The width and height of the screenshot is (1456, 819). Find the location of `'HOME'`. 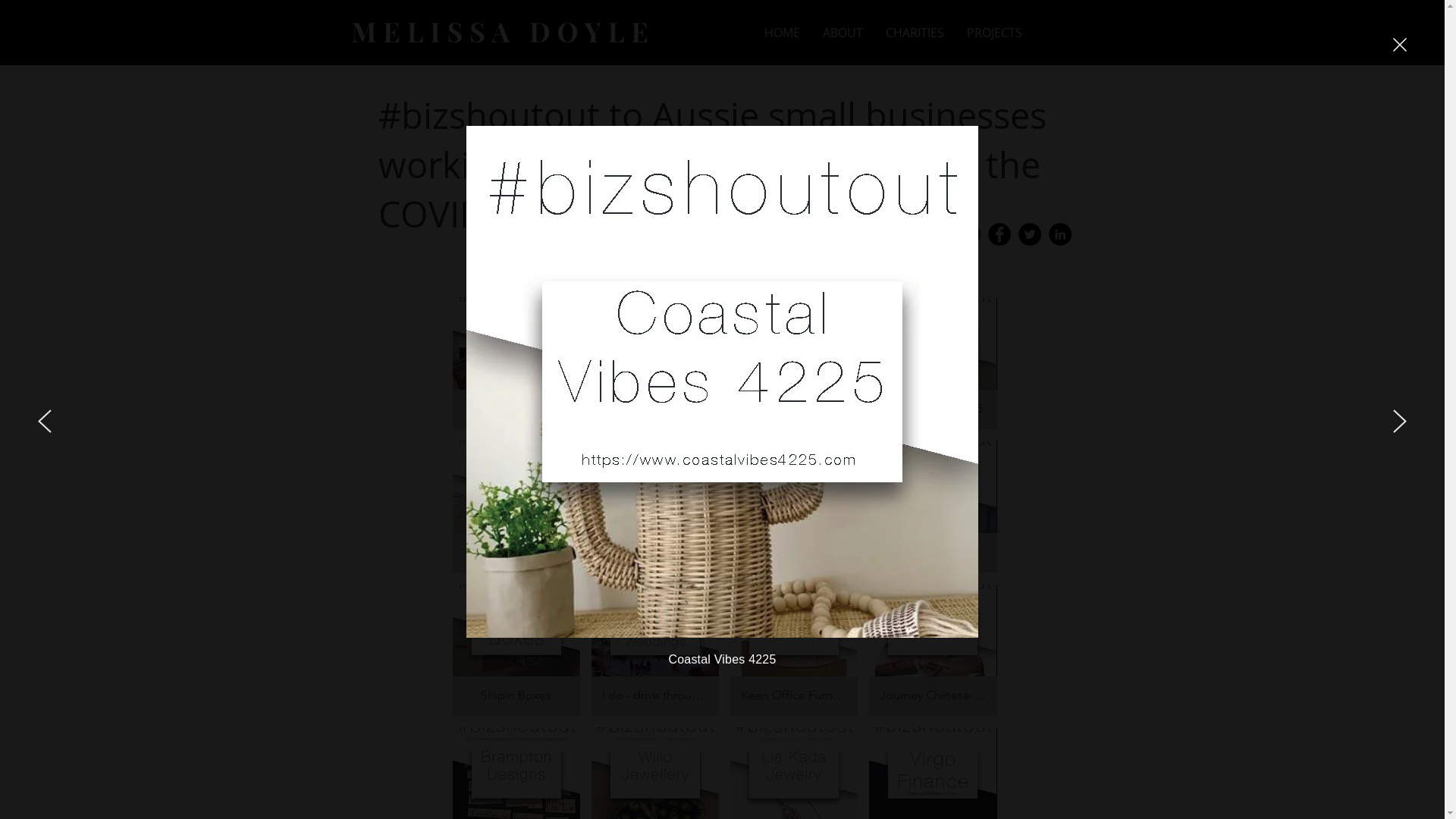

'HOME' is located at coordinates (752, 33).